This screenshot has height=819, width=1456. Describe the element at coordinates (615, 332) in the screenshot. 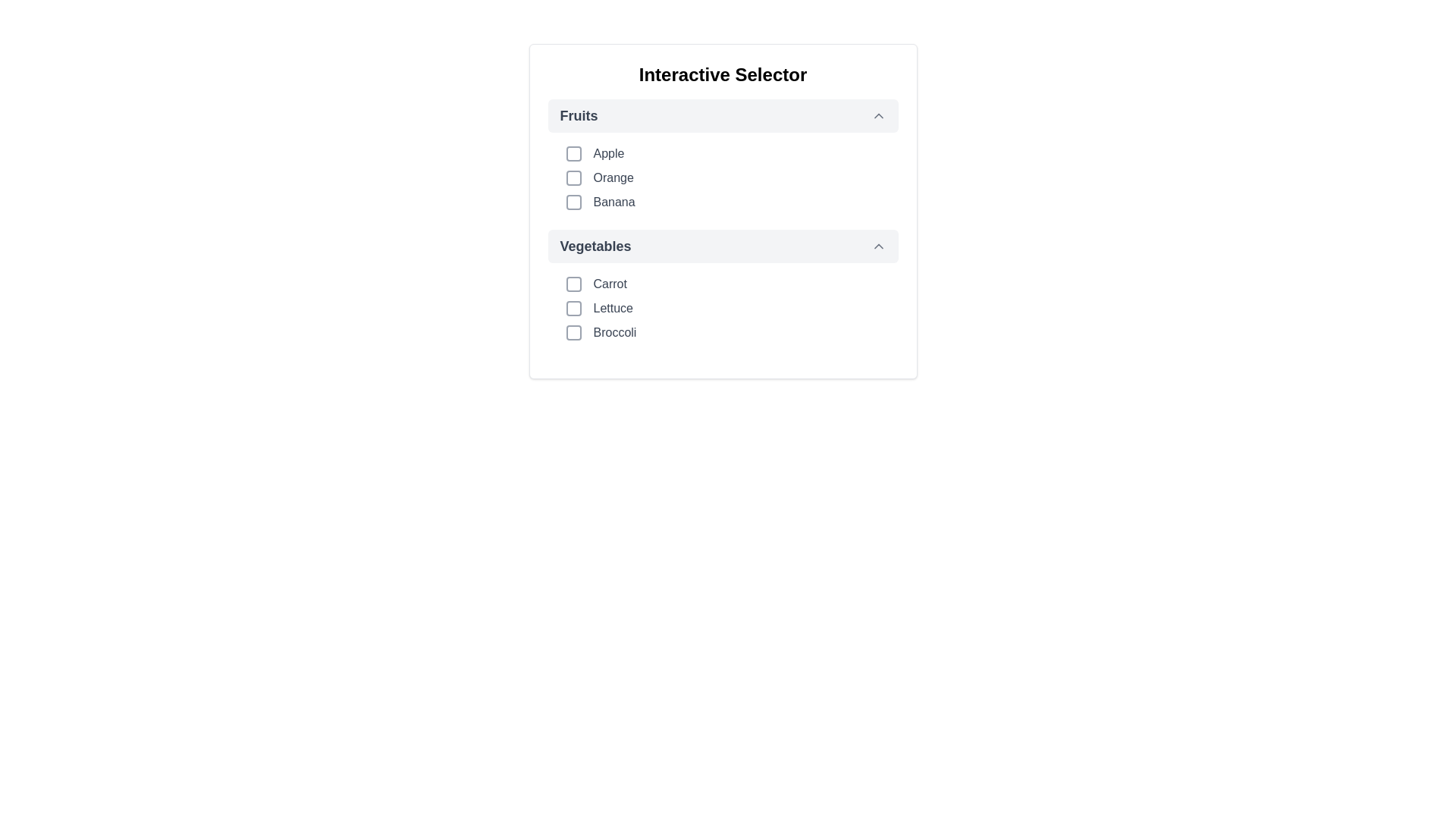

I see `the text label displaying 'Broccoli' which is styled in gray color and positioned to the immediate right of a checkbox in the 'Vegetables' category list as the third item` at that location.